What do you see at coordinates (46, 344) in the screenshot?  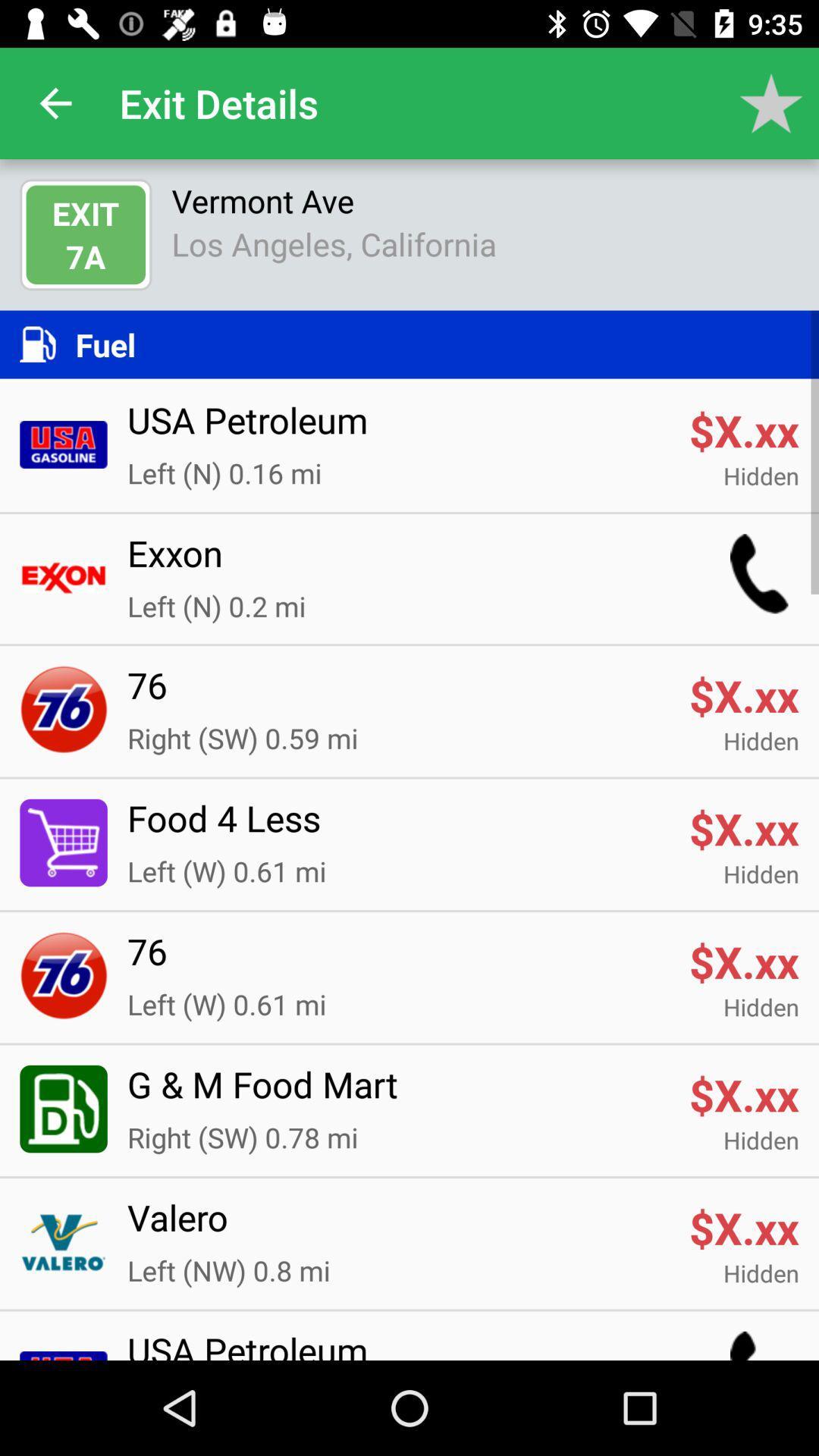 I see `the icon to the left of fuel` at bounding box center [46, 344].